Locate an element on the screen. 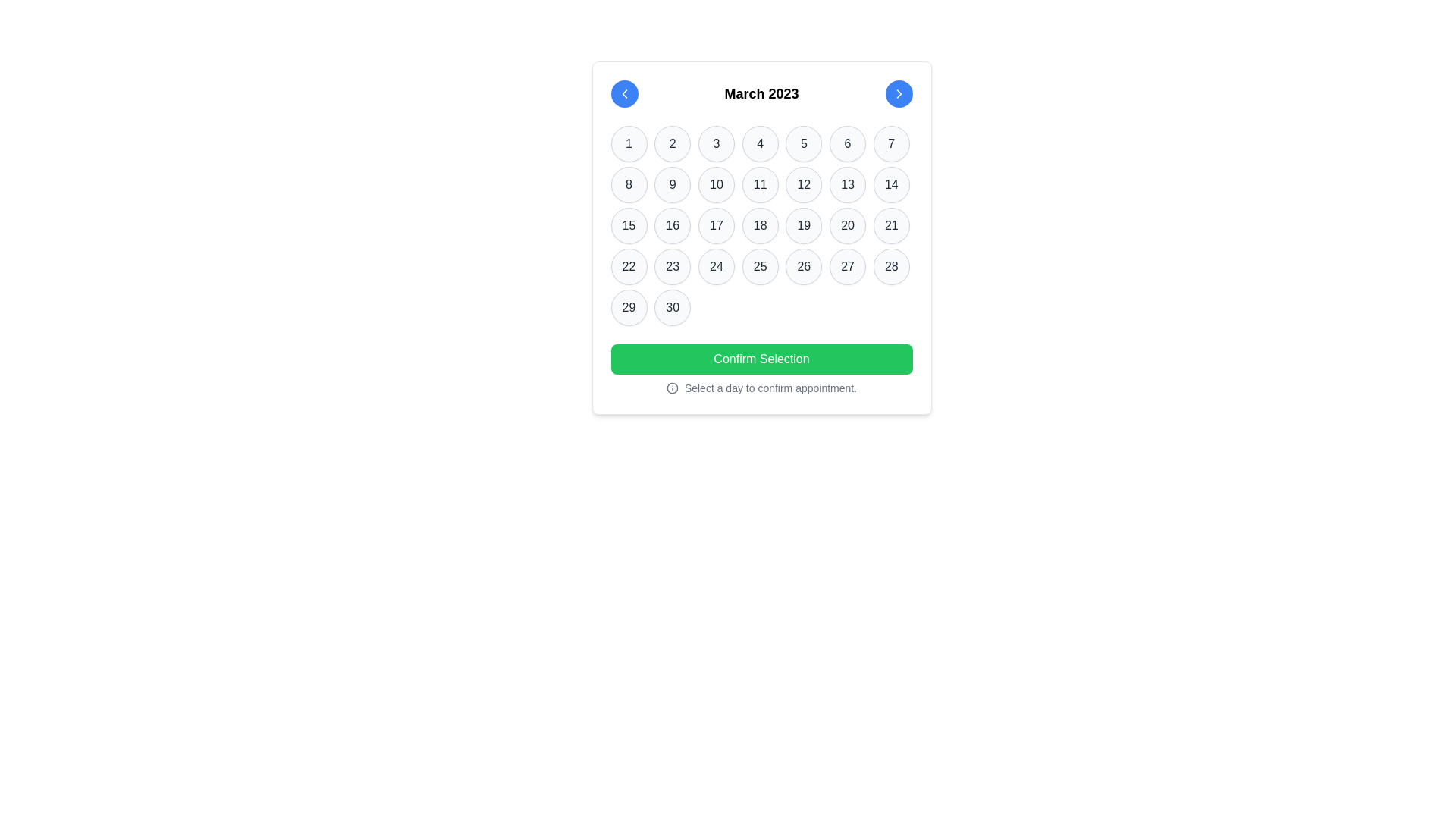 The image size is (1456, 819). the 30th button in the calendar's grid layout is located at coordinates (672, 307).